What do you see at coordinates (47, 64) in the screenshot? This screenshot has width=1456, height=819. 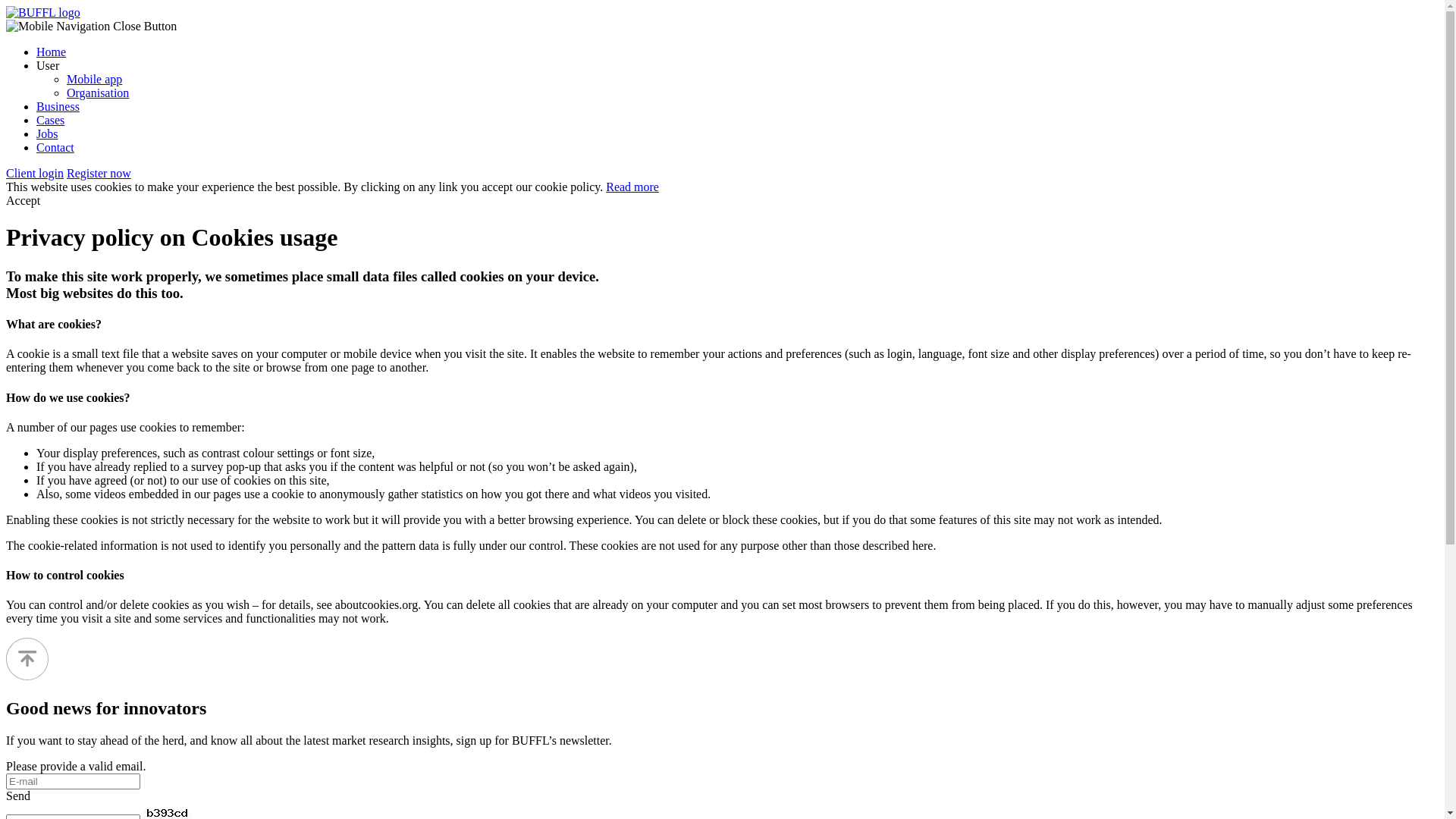 I see `'User'` at bounding box center [47, 64].